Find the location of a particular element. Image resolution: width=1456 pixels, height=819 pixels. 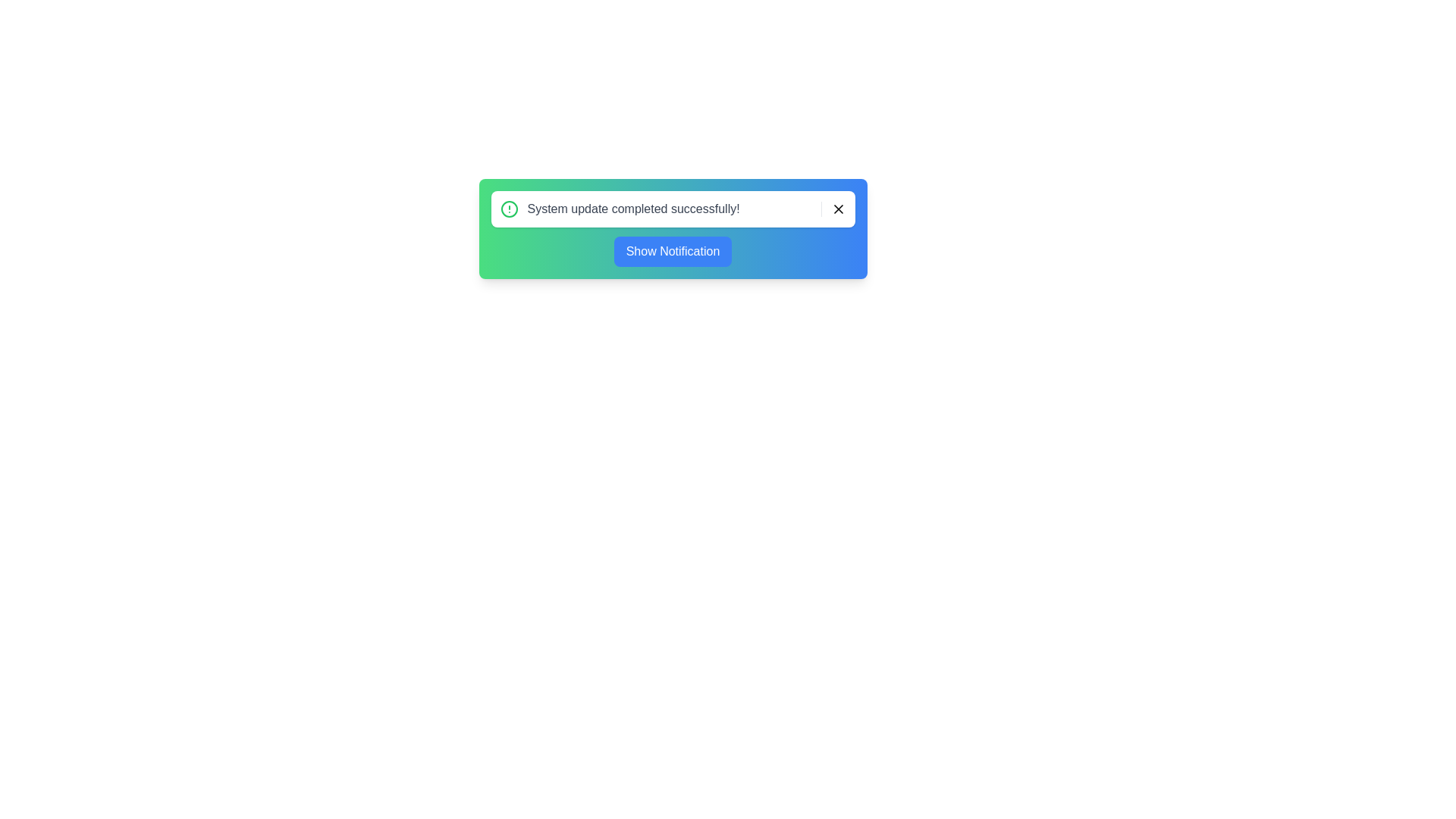

the decorative circular SVG element in the notification bar that represents a notification or alert symbol is located at coordinates (509, 209).